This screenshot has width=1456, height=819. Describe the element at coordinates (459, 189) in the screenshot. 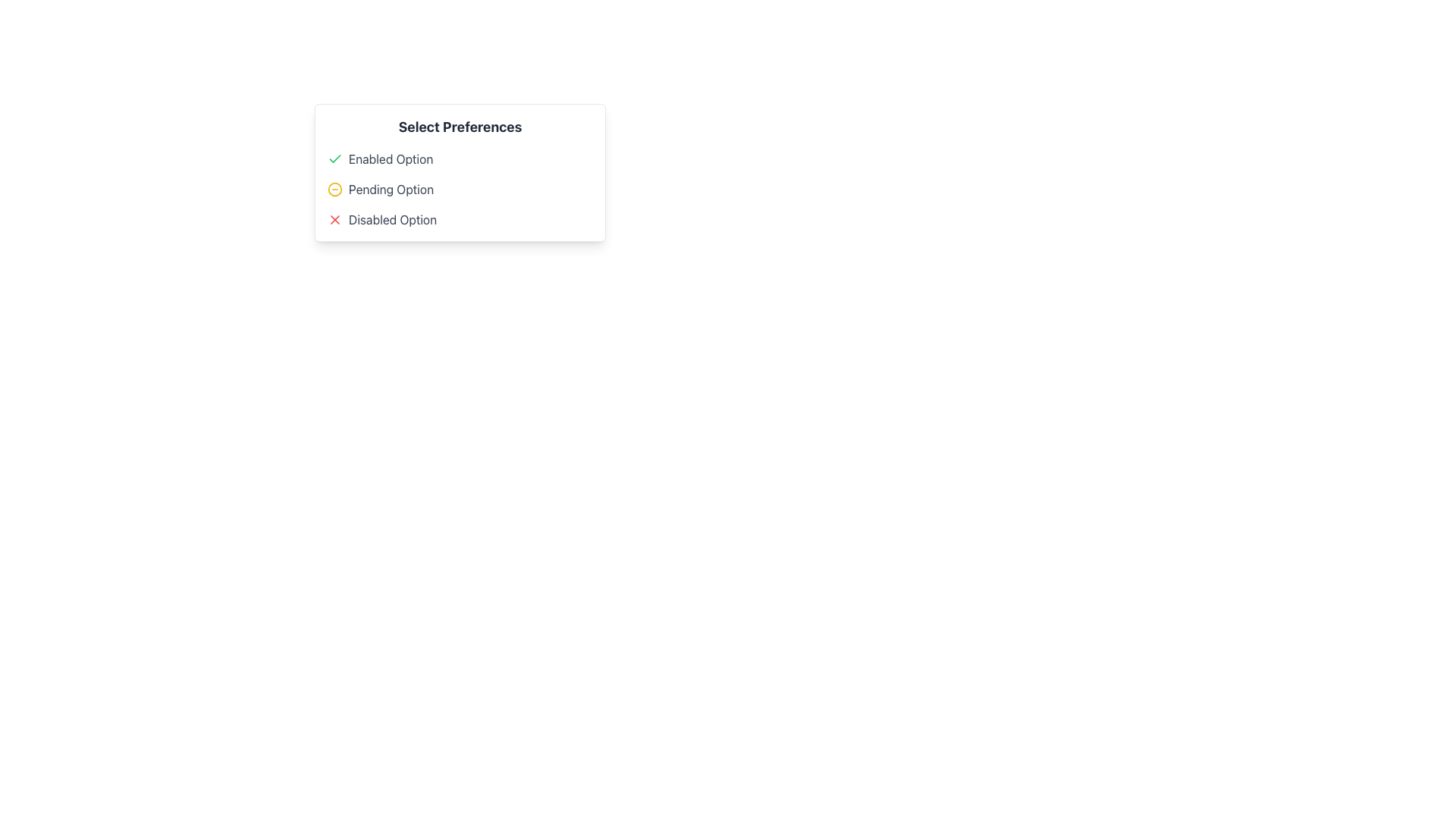

I see `the second item in the vertical list of options labeled 'Select Preferences', which is currently marked as pending or indeterminate, to interact with the option` at that location.